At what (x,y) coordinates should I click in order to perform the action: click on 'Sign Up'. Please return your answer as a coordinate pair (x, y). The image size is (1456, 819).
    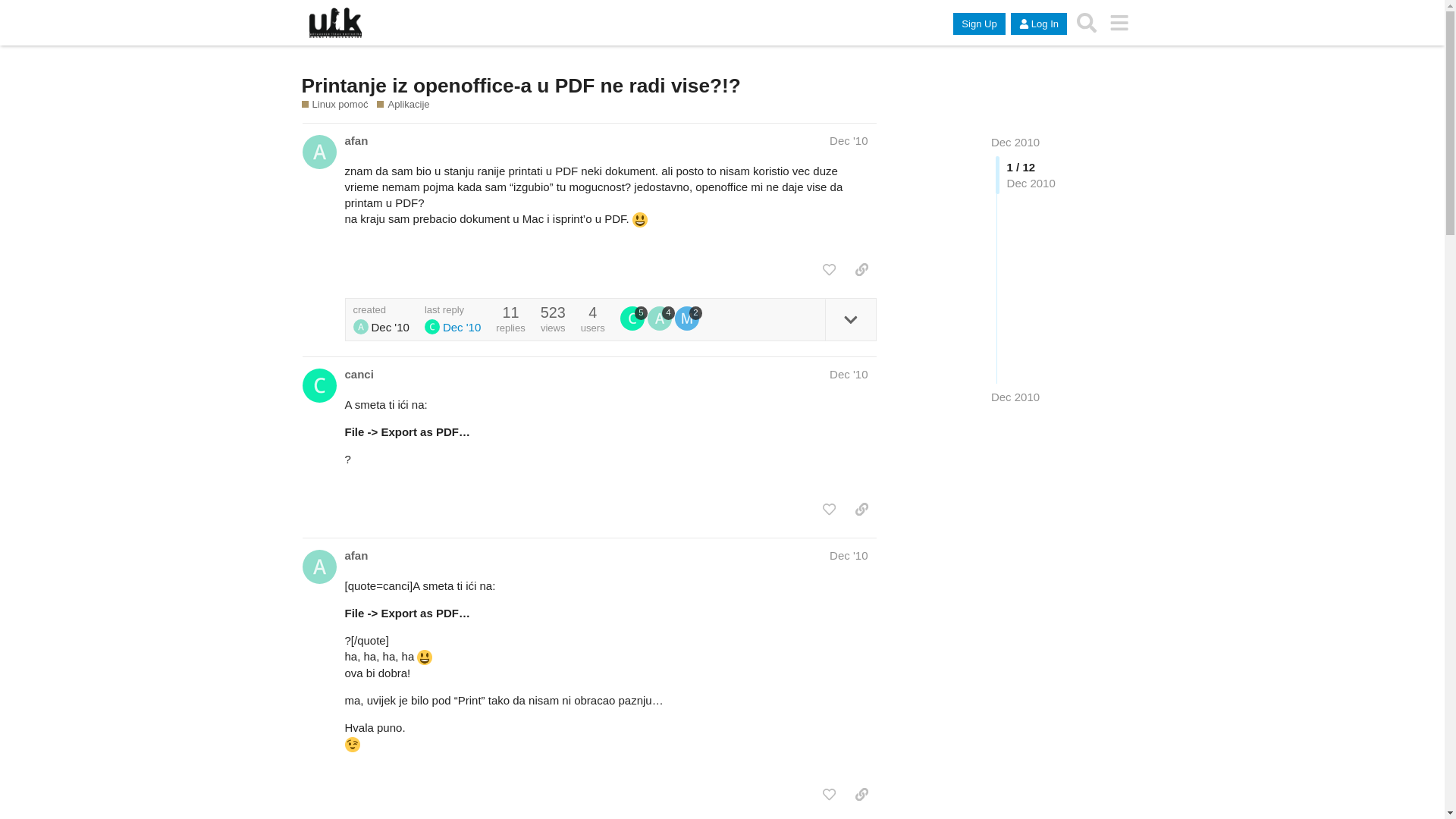
    Looking at the image, I should click on (979, 24).